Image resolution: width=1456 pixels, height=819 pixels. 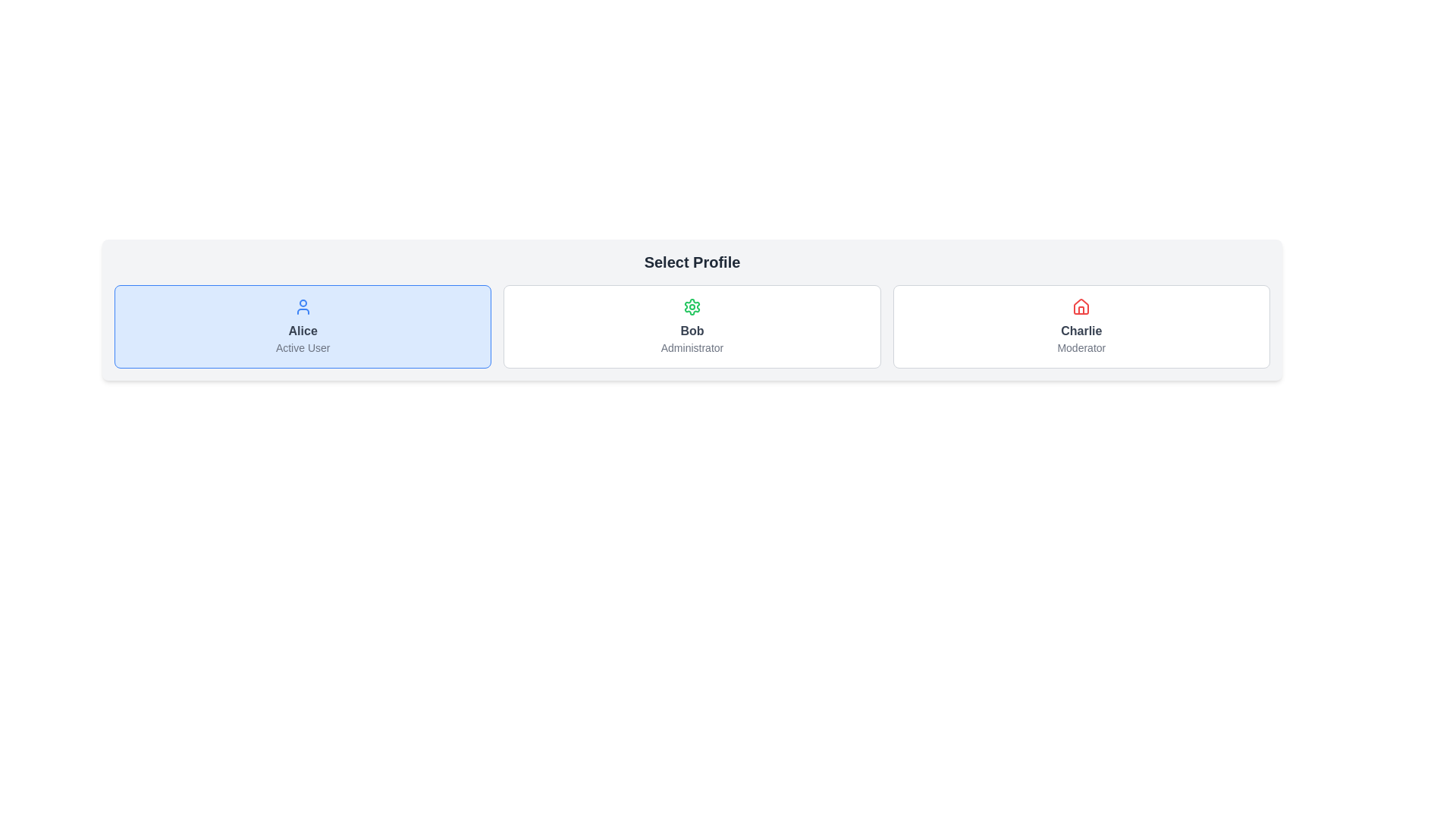 What do you see at coordinates (1081, 348) in the screenshot?
I see `the Text label indicating the role of 'Moderator' for the 'Charlie' profile, located at the bottom of the profile card in the rightmost column` at bounding box center [1081, 348].